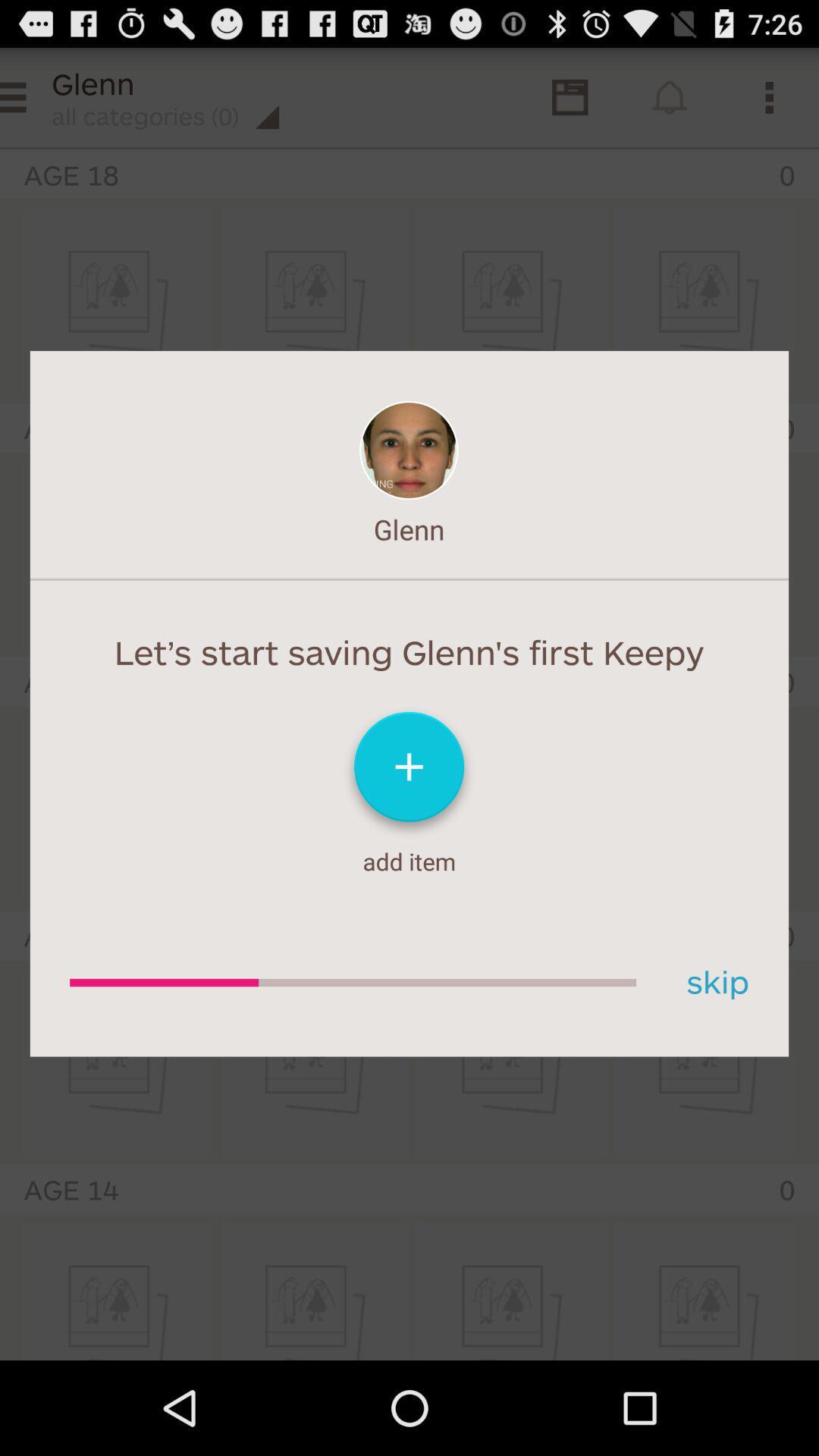 The image size is (819, 1456). Describe the element at coordinates (712, 983) in the screenshot. I see `item at the bottom right corner` at that location.